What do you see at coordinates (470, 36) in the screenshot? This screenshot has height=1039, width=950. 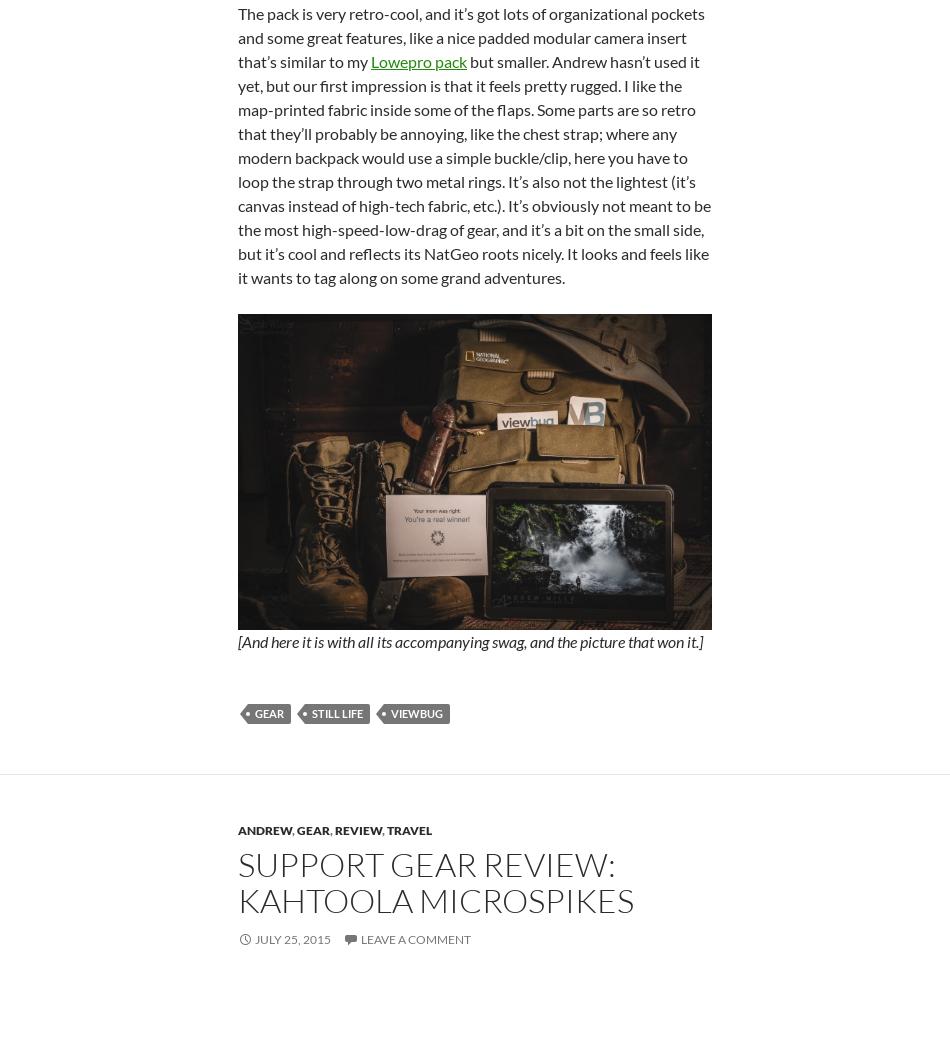 I see `'The pack is very retro-cool, and it’s got lots of organizational pockets and some great features, like a nice padded modular camera insert that’s similar to my'` at bounding box center [470, 36].